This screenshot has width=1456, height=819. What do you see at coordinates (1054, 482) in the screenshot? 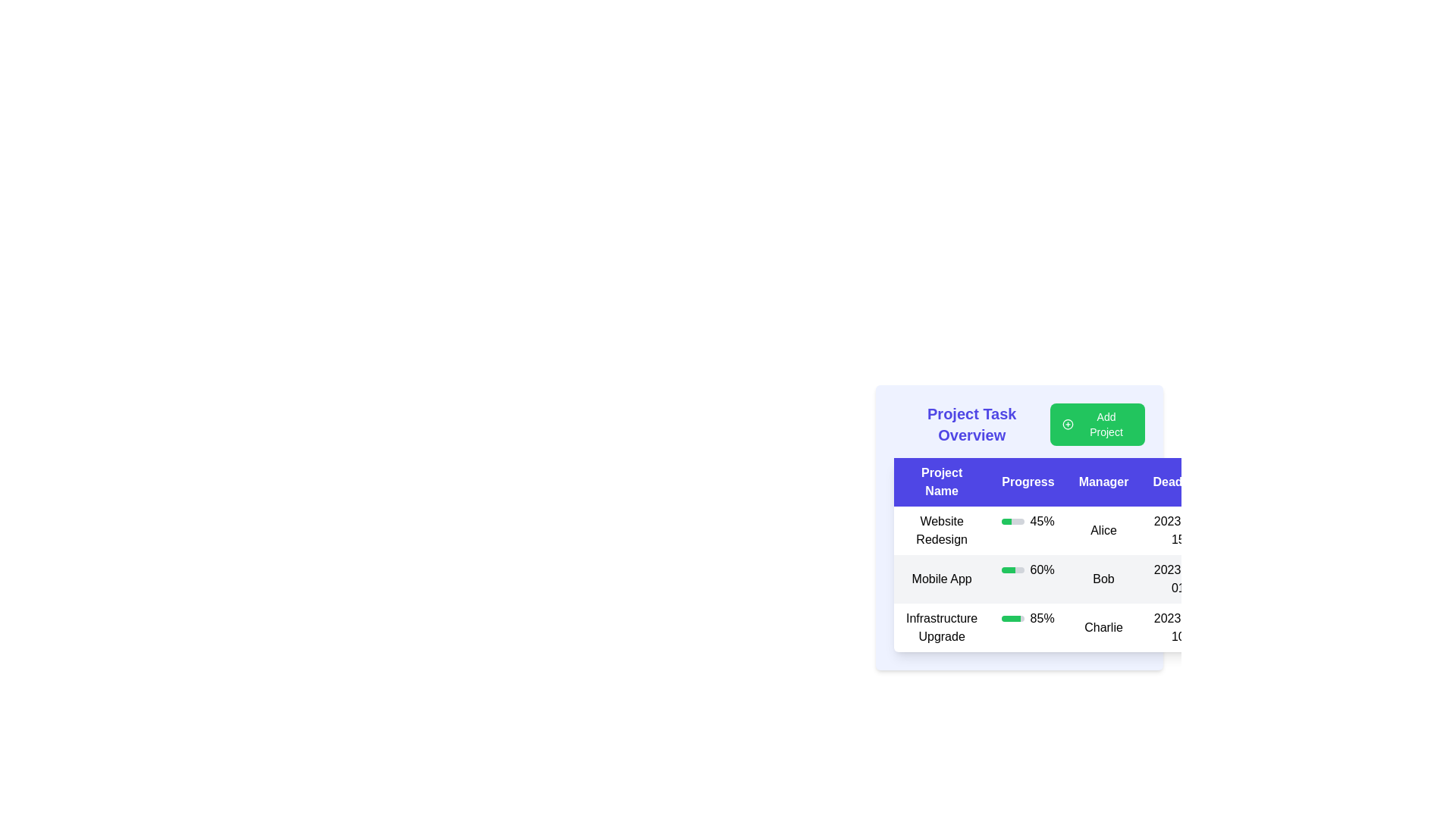
I see `styling of the second header in the table that showcases progress metrics or statuses, located between 'Project Name' and 'Manager'` at bounding box center [1054, 482].